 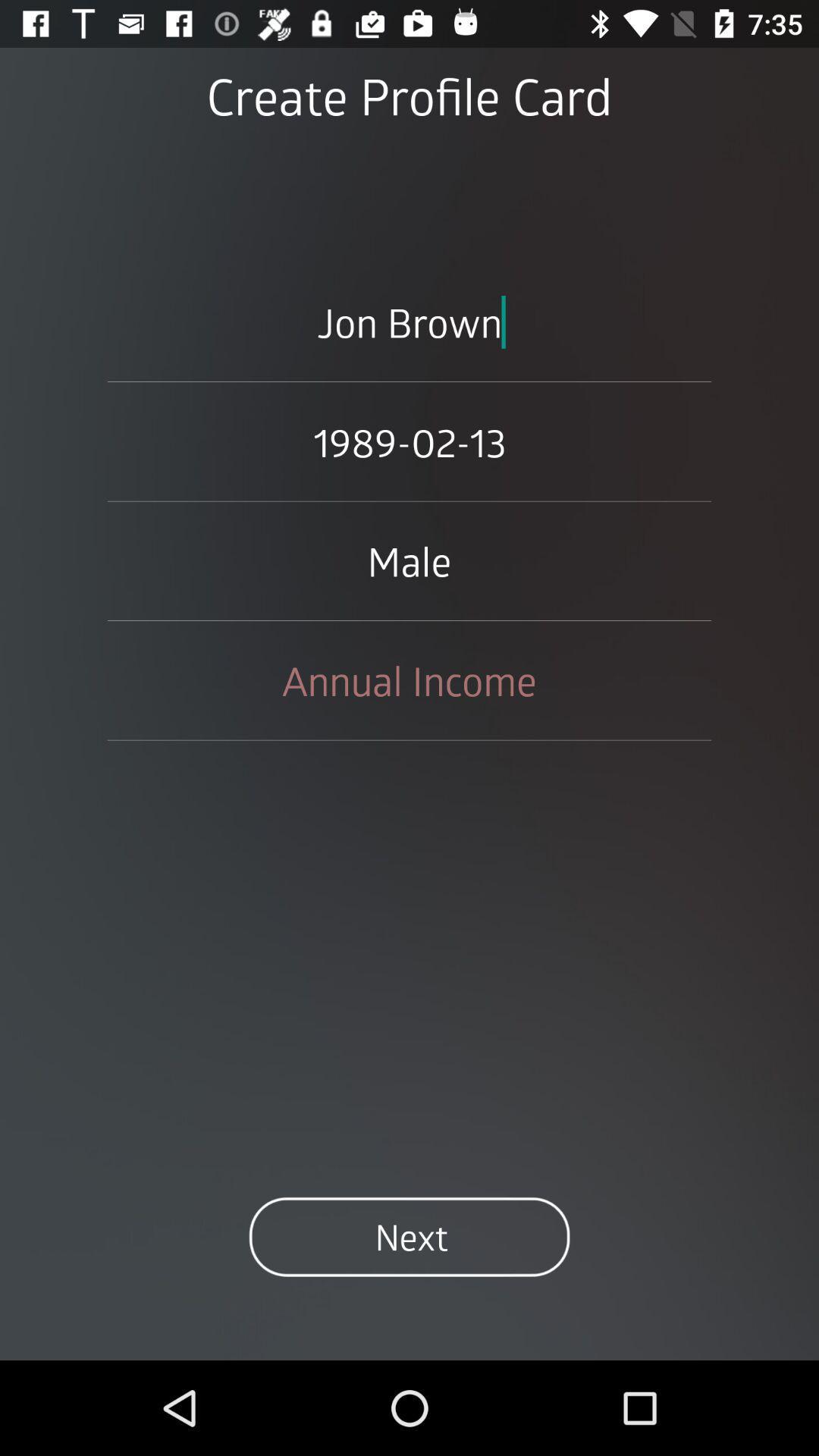 What do you see at coordinates (409, 679) in the screenshot?
I see `annual income` at bounding box center [409, 679].